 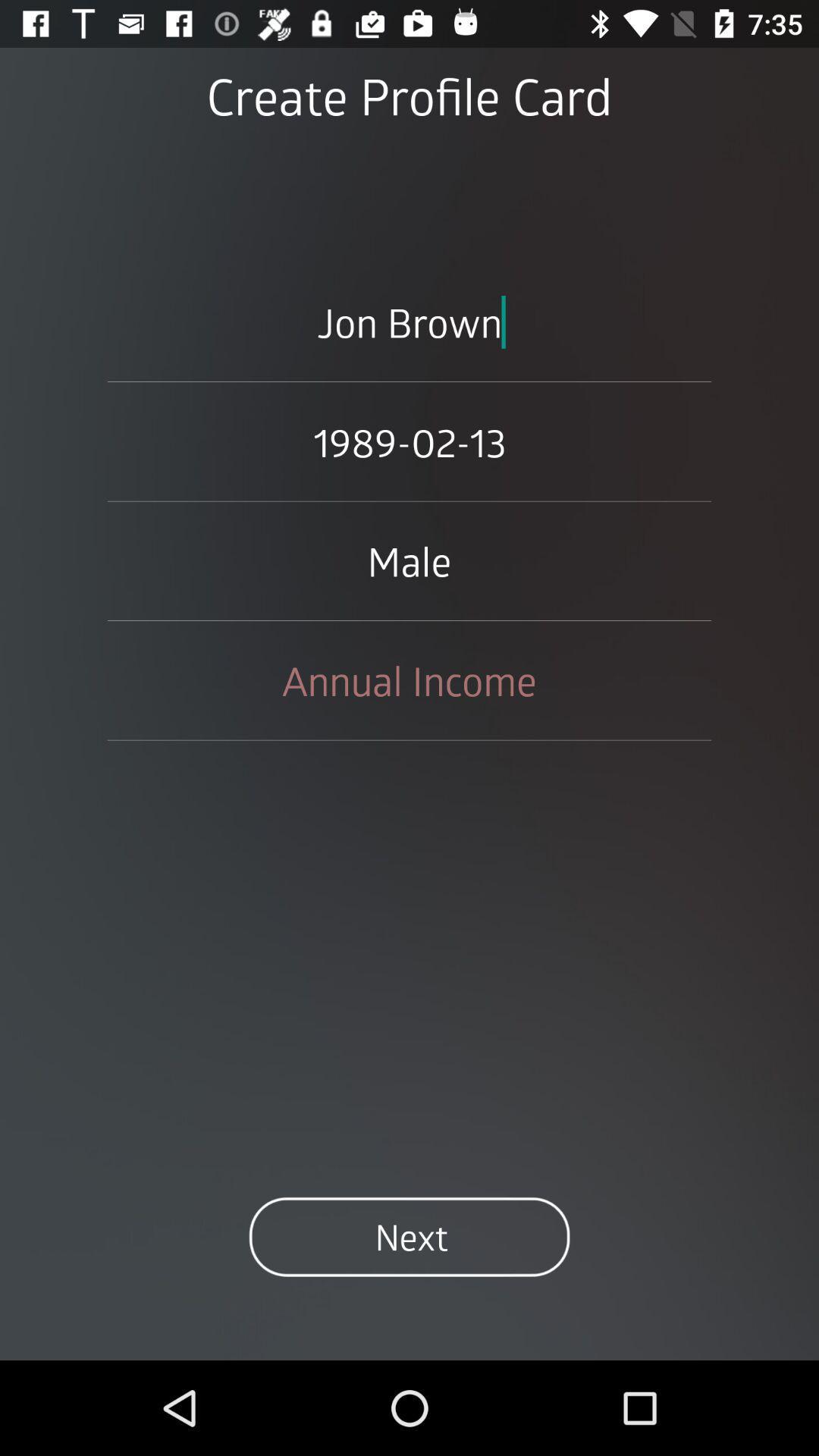 What do you see at coordinates (409, 679) in the screenshot?
I see `annual income` at bounding box center [409, 679].